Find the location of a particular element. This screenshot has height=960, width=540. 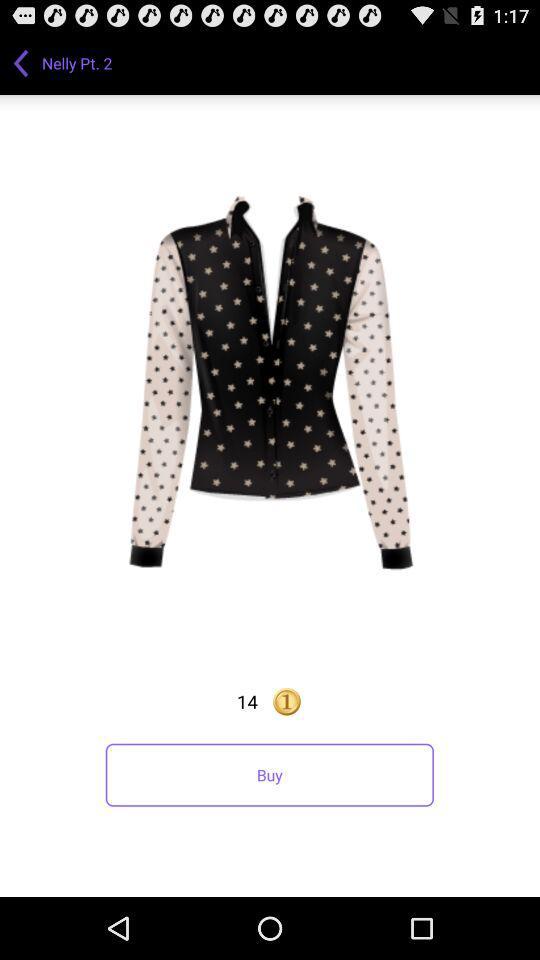

nelly pt. 2  app is located at coordinates (78, 62).